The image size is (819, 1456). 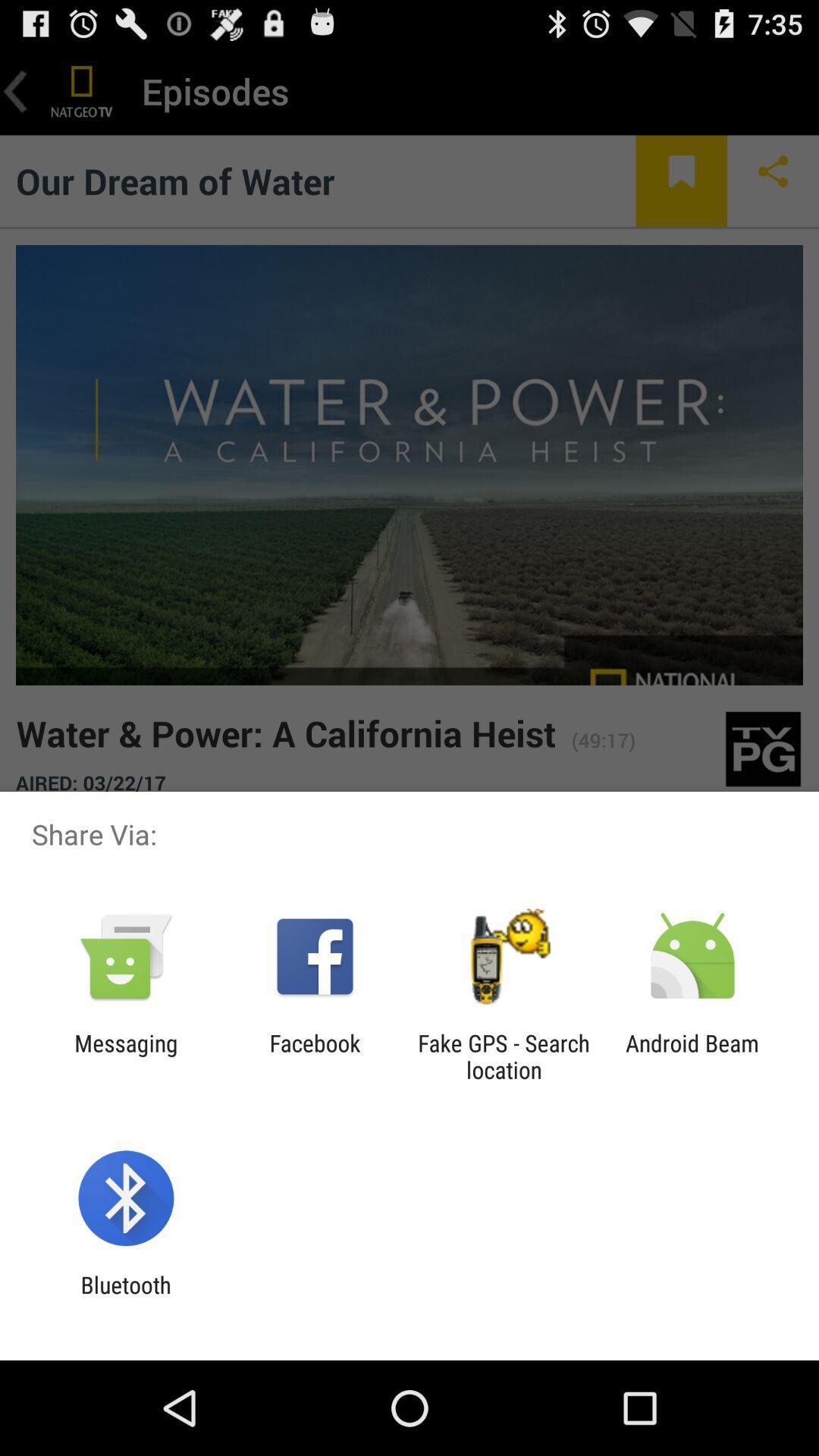 What do you see at coordinates (125, 1056) in the screenshot?
I see `icon to the left of the facebook item` at bounding box center [125, 1056].